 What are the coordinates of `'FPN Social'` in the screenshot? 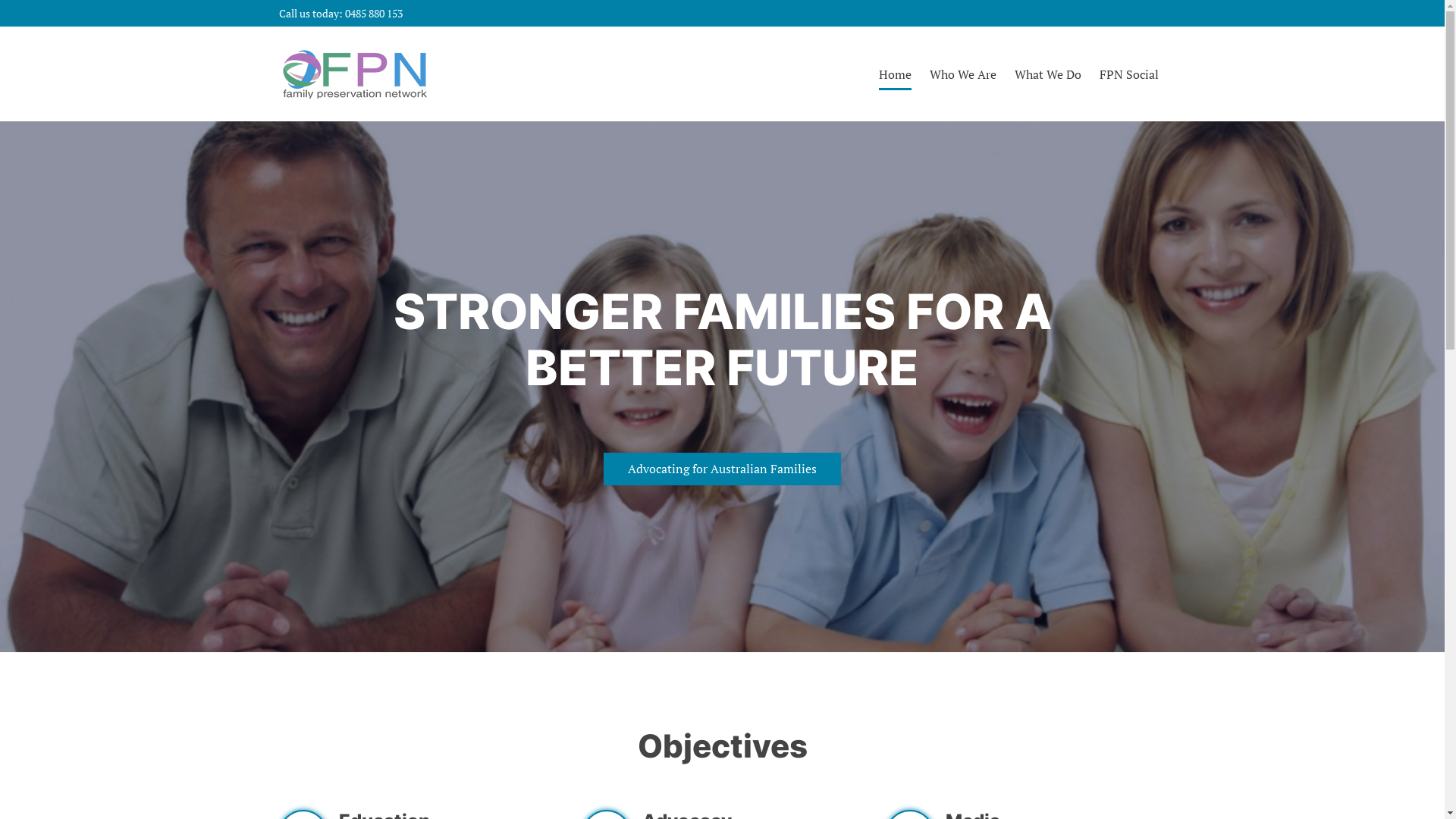 It's located at (1128, 73).